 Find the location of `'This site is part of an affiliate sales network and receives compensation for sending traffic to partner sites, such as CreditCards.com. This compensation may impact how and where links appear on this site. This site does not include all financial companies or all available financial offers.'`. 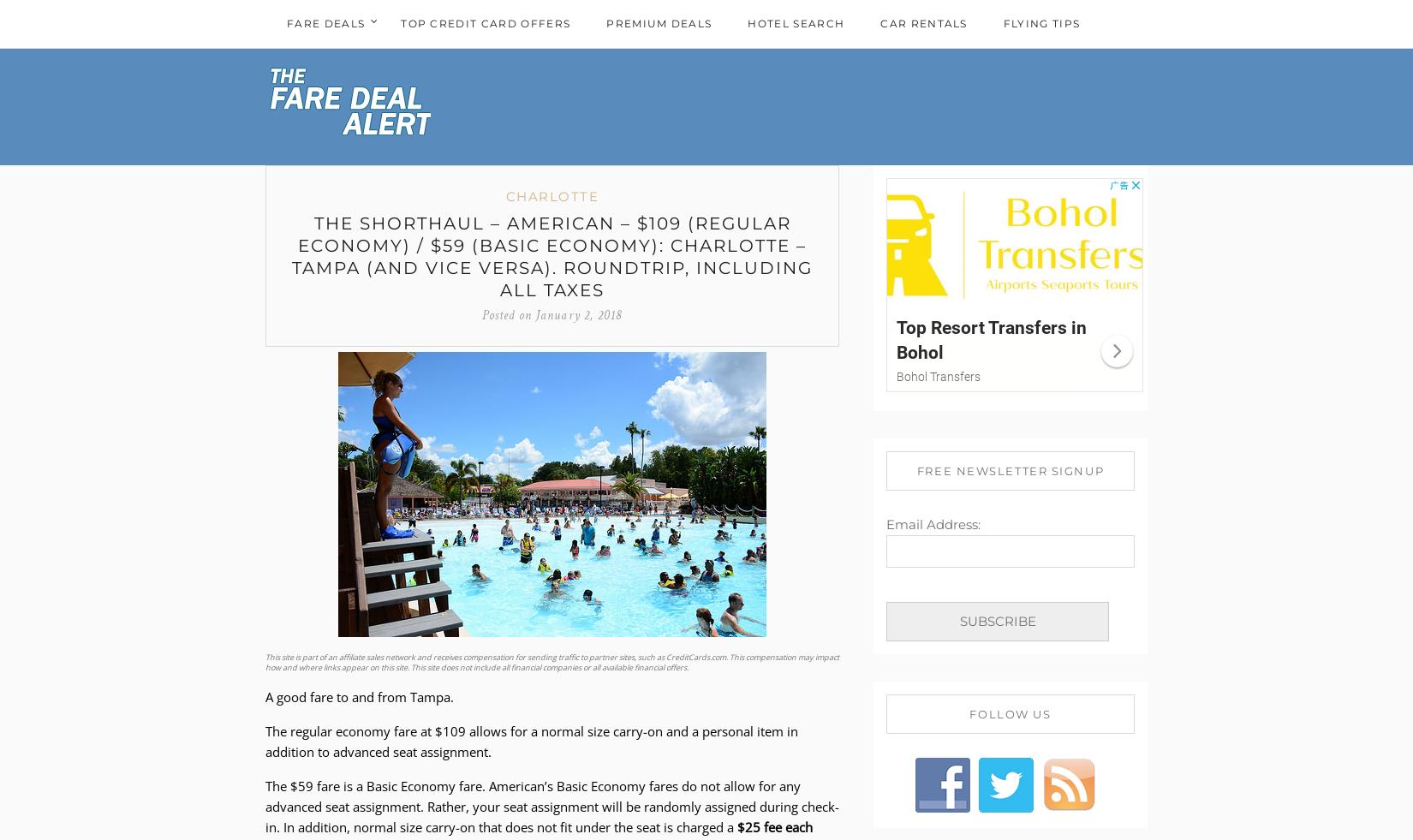

'This site is part of an affiliate sales network and receives compensation for sending traffic to partner sites, such as CreditCards.com. This compensation may impact how and where links appear on this site. This site does not include all financial companies or all available financial offers.' is located at coordinates (551, 661).